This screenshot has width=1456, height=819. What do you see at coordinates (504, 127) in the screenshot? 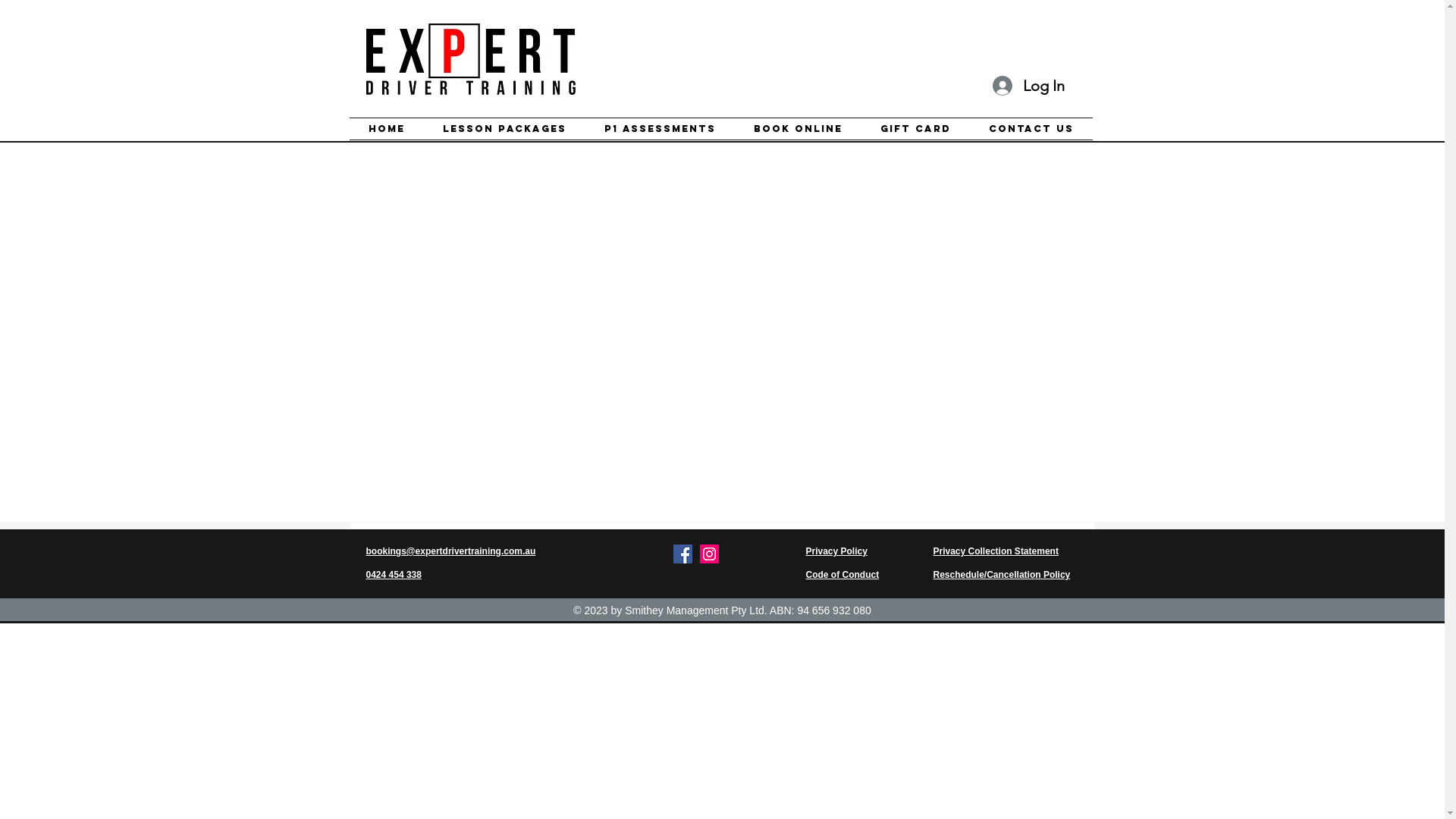
I see `'Lesson Packages'` at bounding box center [504, 127].